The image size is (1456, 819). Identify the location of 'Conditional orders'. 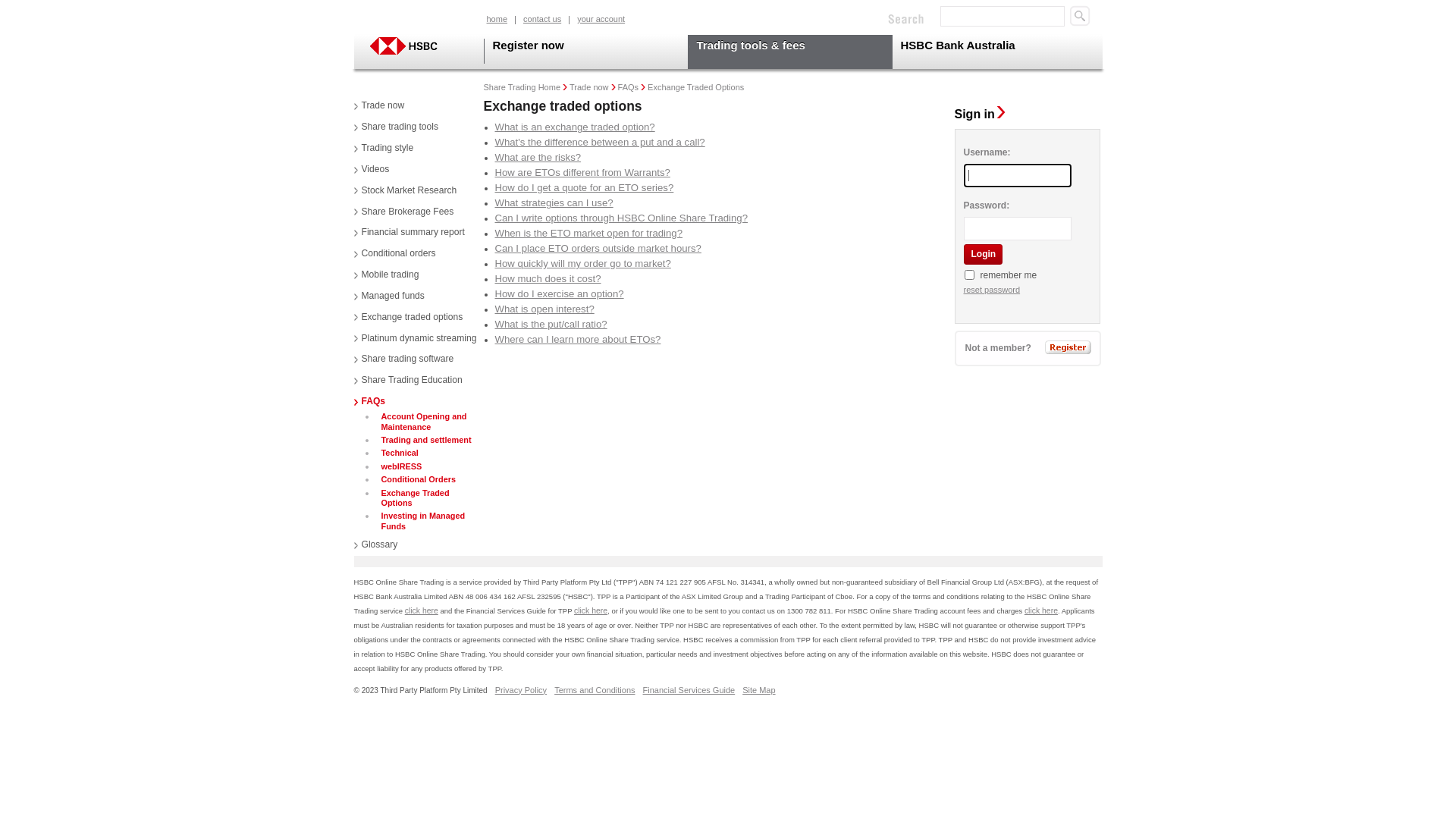
(394, 253).